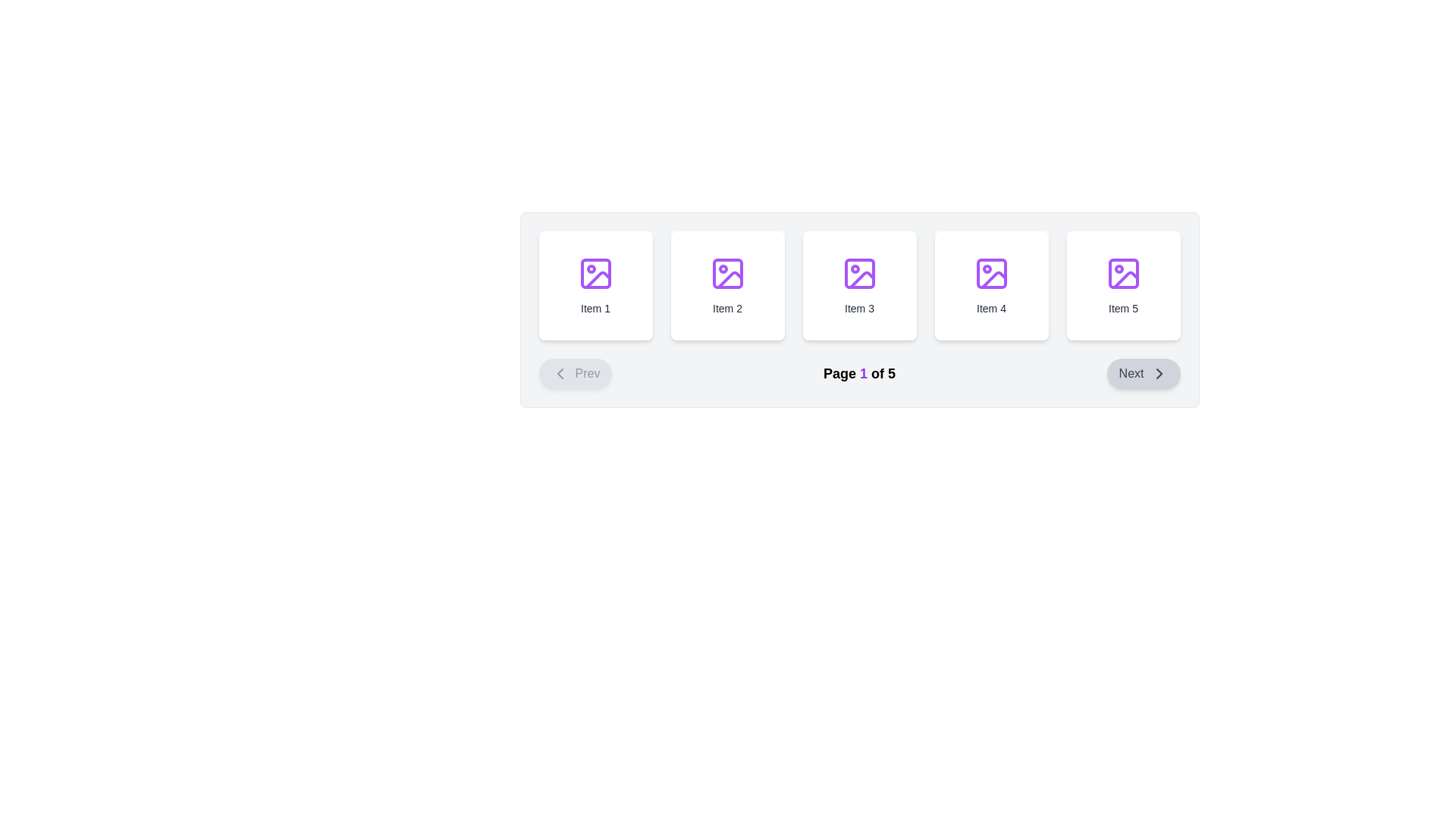 Image resolution: width=1456 pixels, height=819 pixels. What do you see at coordinates (559, 374) in the screenshot?
I see `the chevron graphic associated with the 'Prev' button` at bounding box center [559, 374].